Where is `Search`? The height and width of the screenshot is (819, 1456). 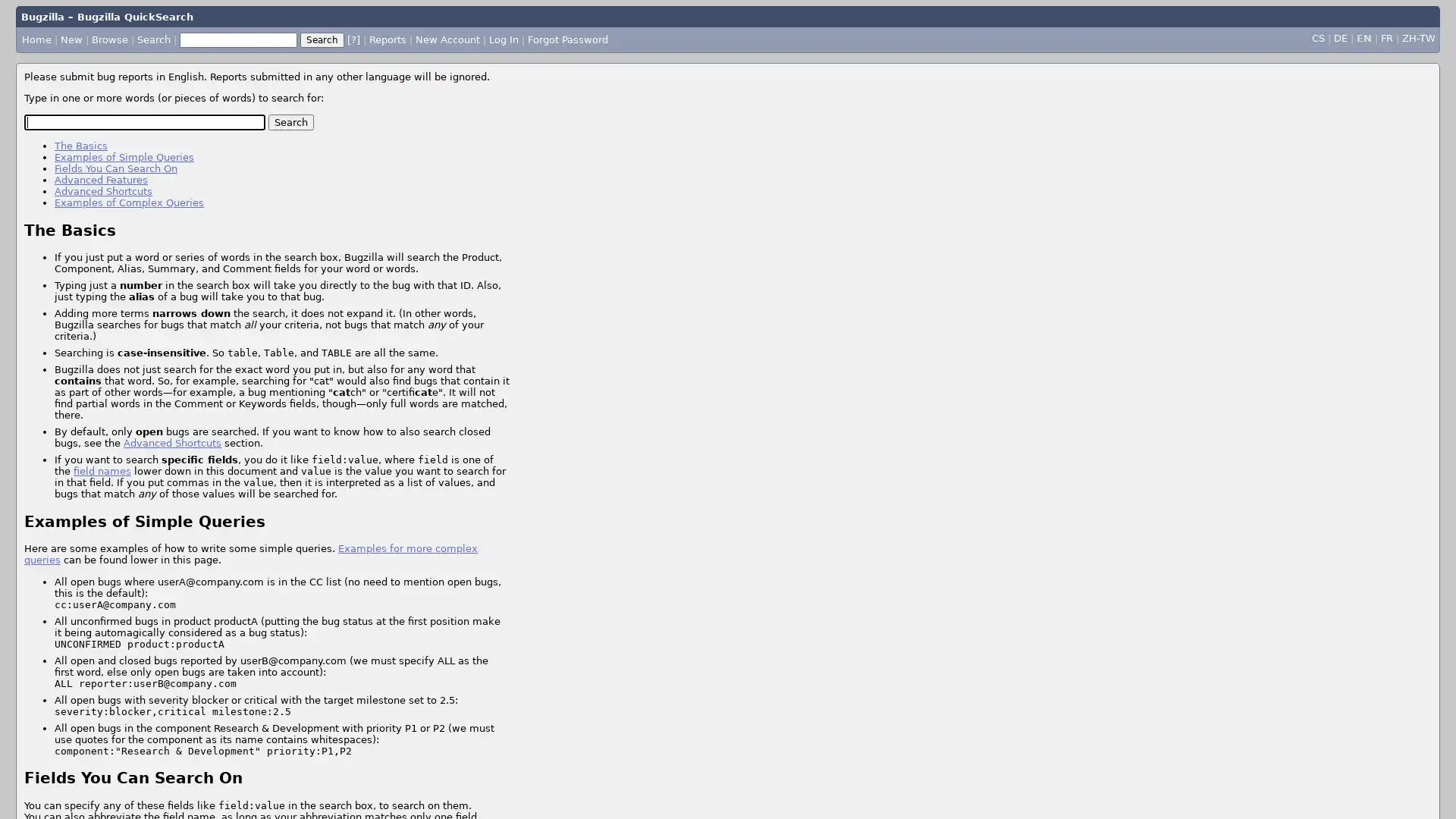 Search is located at coordinates (291, 121).